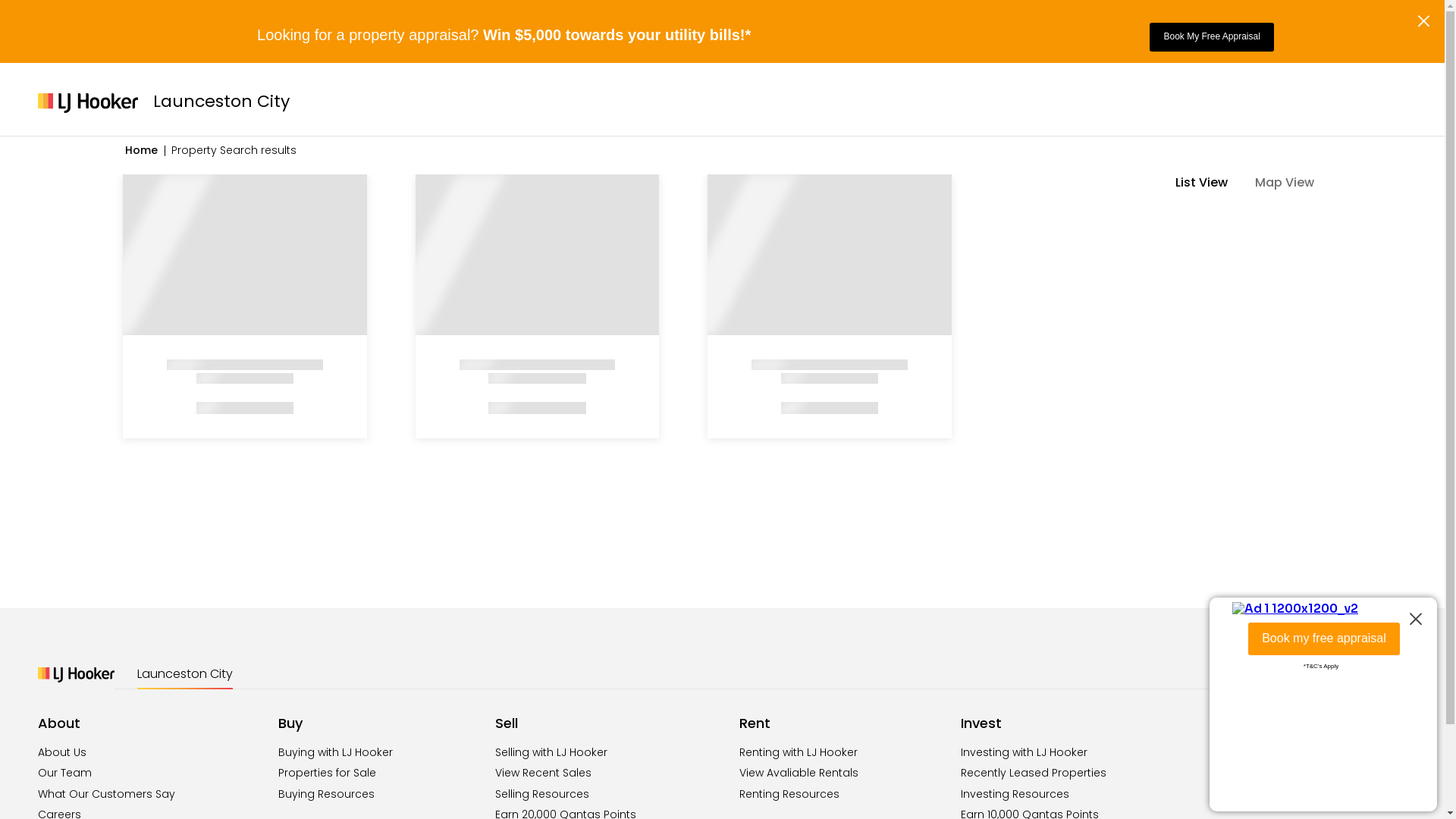 The height and width of the screenshot is (819, 1456). I want to click on 'Launceston City', so click(184, 673).